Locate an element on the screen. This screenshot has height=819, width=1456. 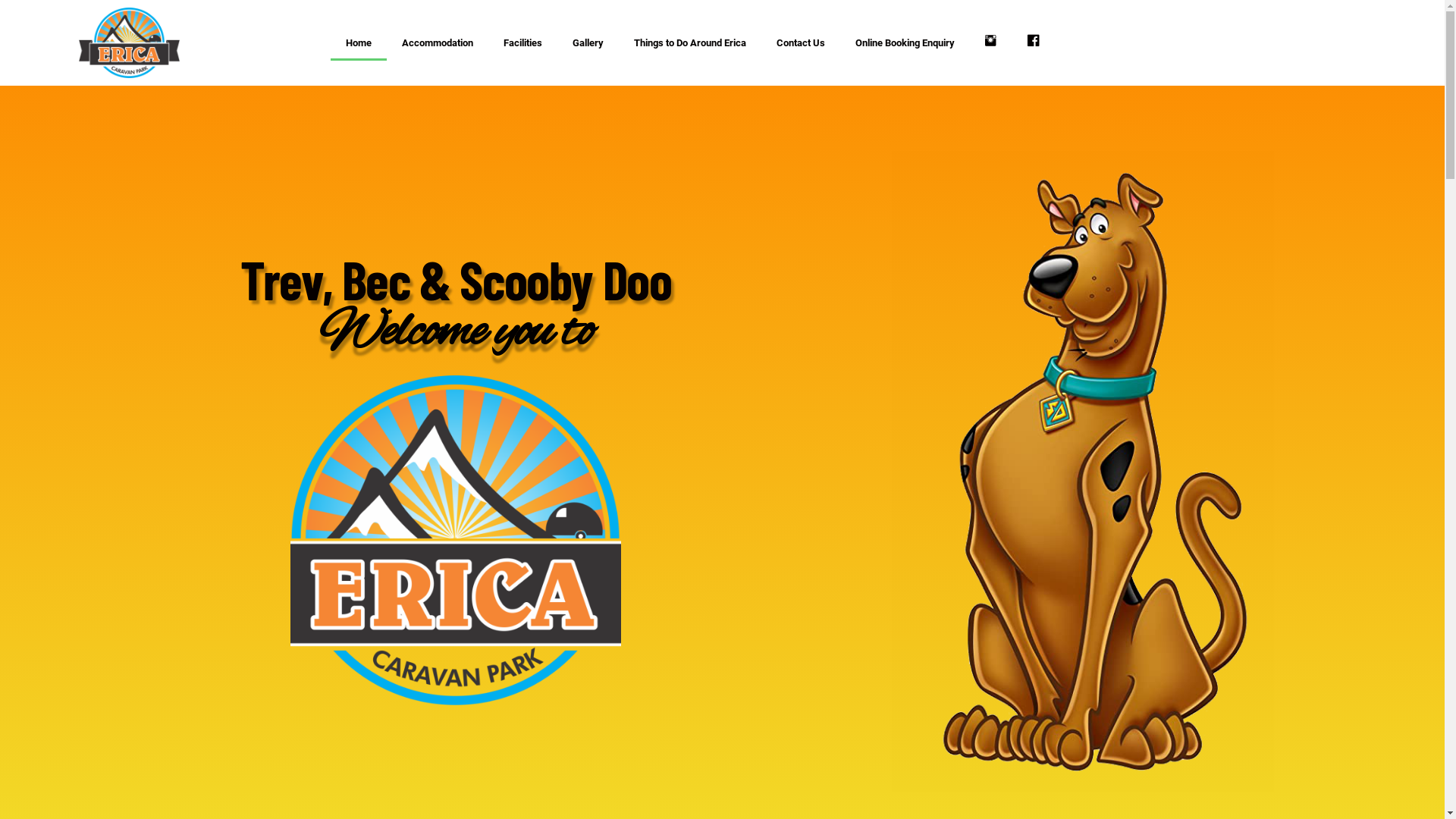
'Things to Do Around Erica' is located at coordinates (689, 42).